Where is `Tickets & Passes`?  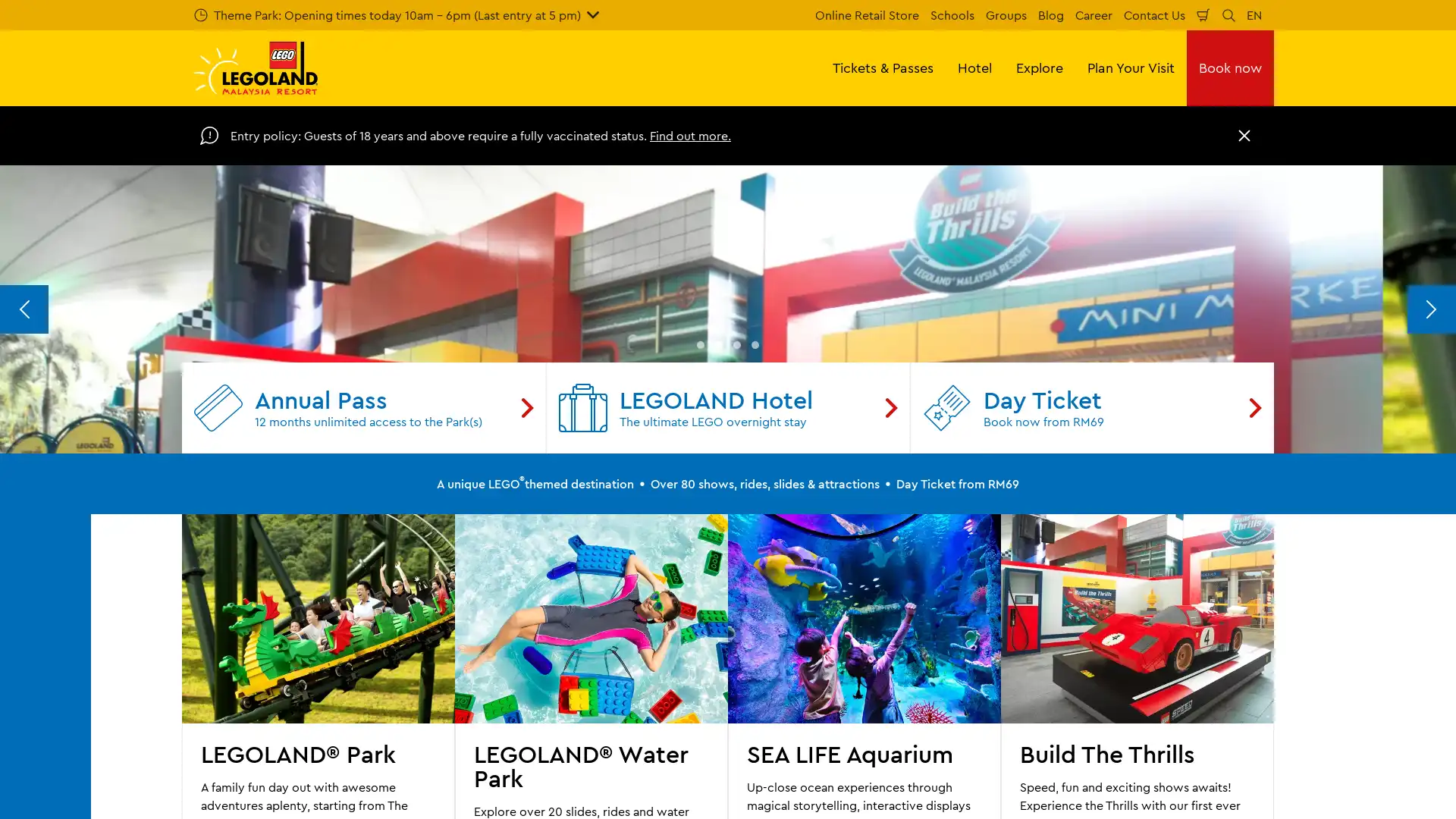 Tickets & Passes is located at coordinates (883, 67).